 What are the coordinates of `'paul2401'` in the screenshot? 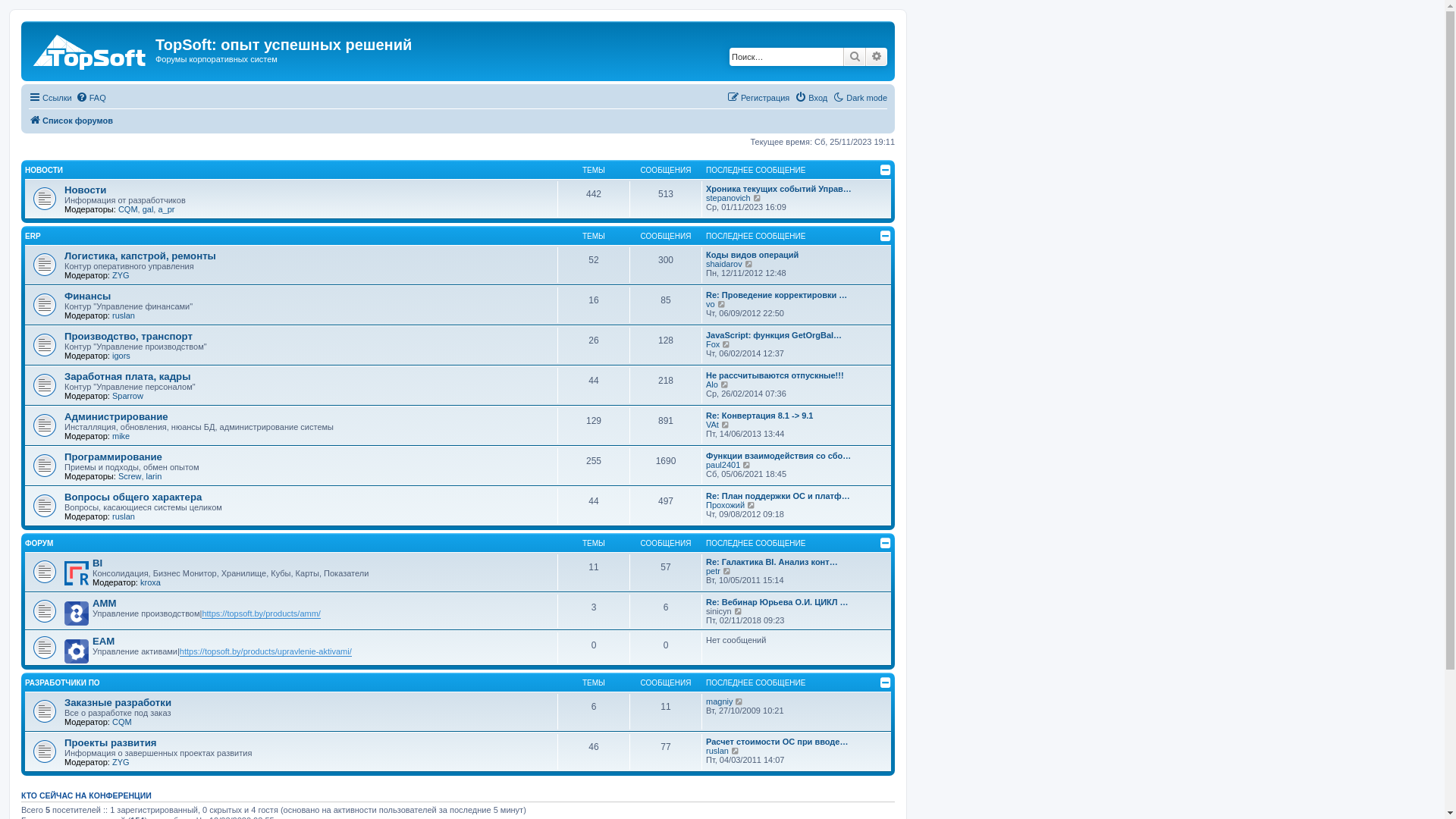 It's located at (722, 464).